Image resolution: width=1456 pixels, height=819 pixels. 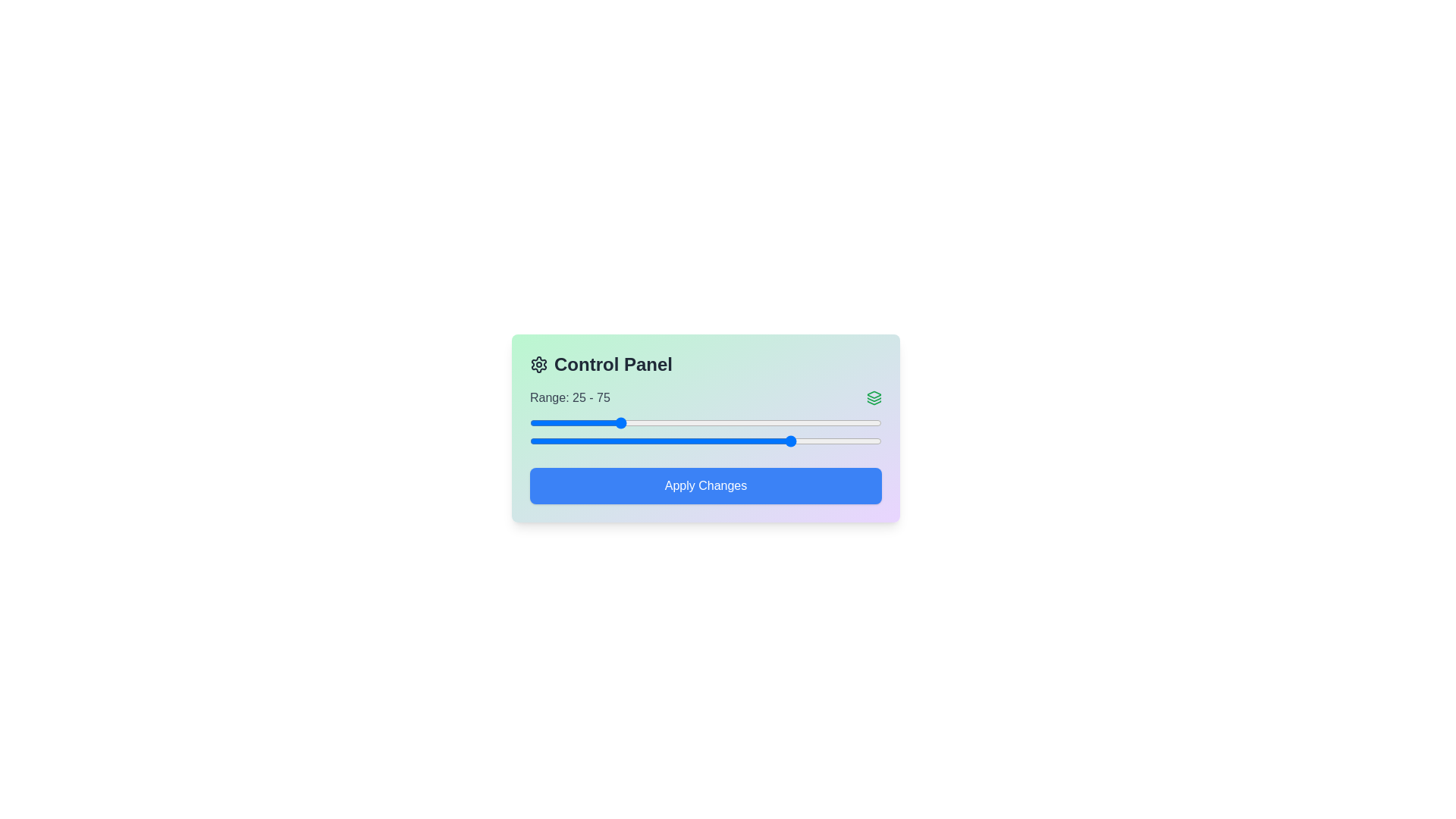 I want to click on the left slider to set the starting value to 43, so click(x=680, y=423).